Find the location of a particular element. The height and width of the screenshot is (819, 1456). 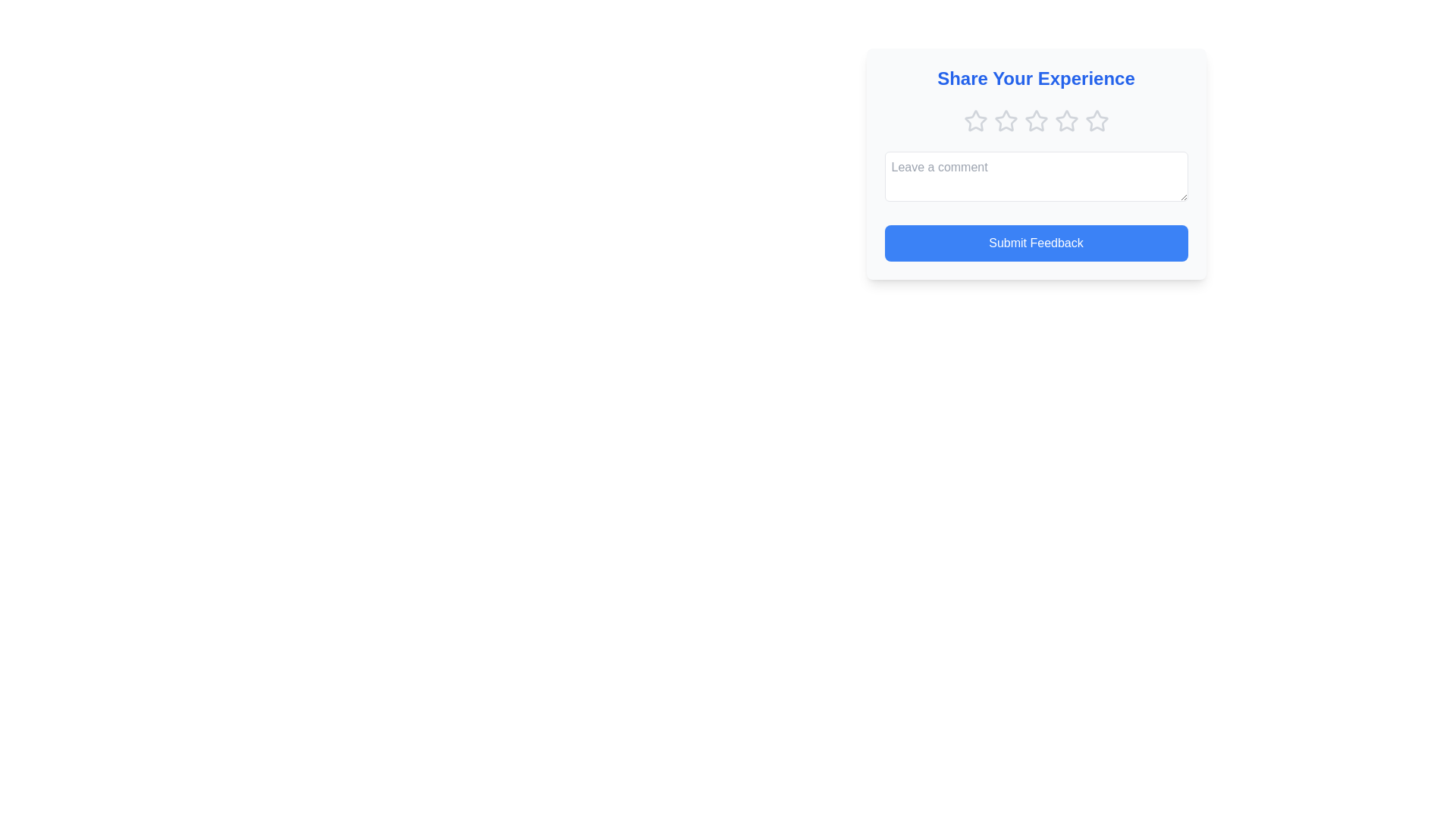

the third star icon in the rating system is located at coordinates (1035, 119).